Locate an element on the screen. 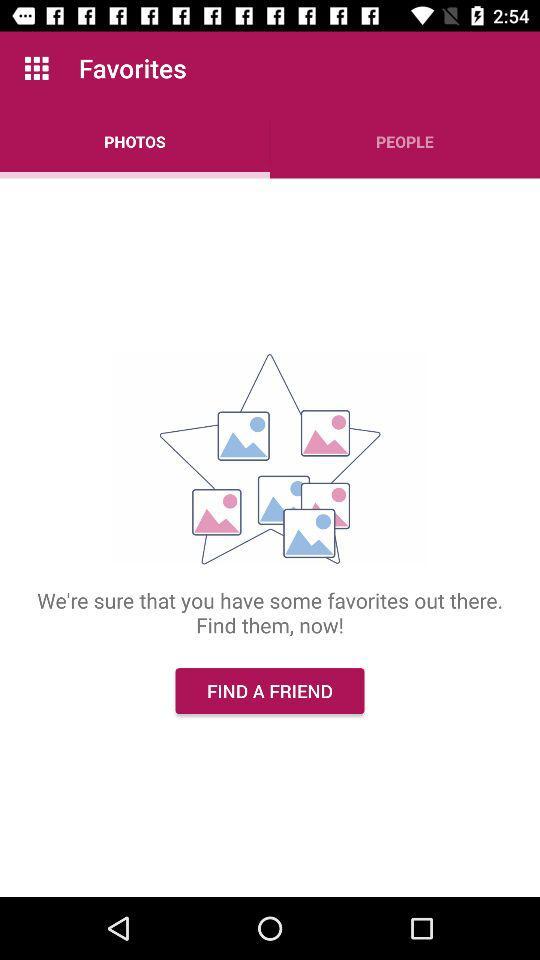 This screenshot has width=540, height=960. the photos app is located at coordinates (135, 140).